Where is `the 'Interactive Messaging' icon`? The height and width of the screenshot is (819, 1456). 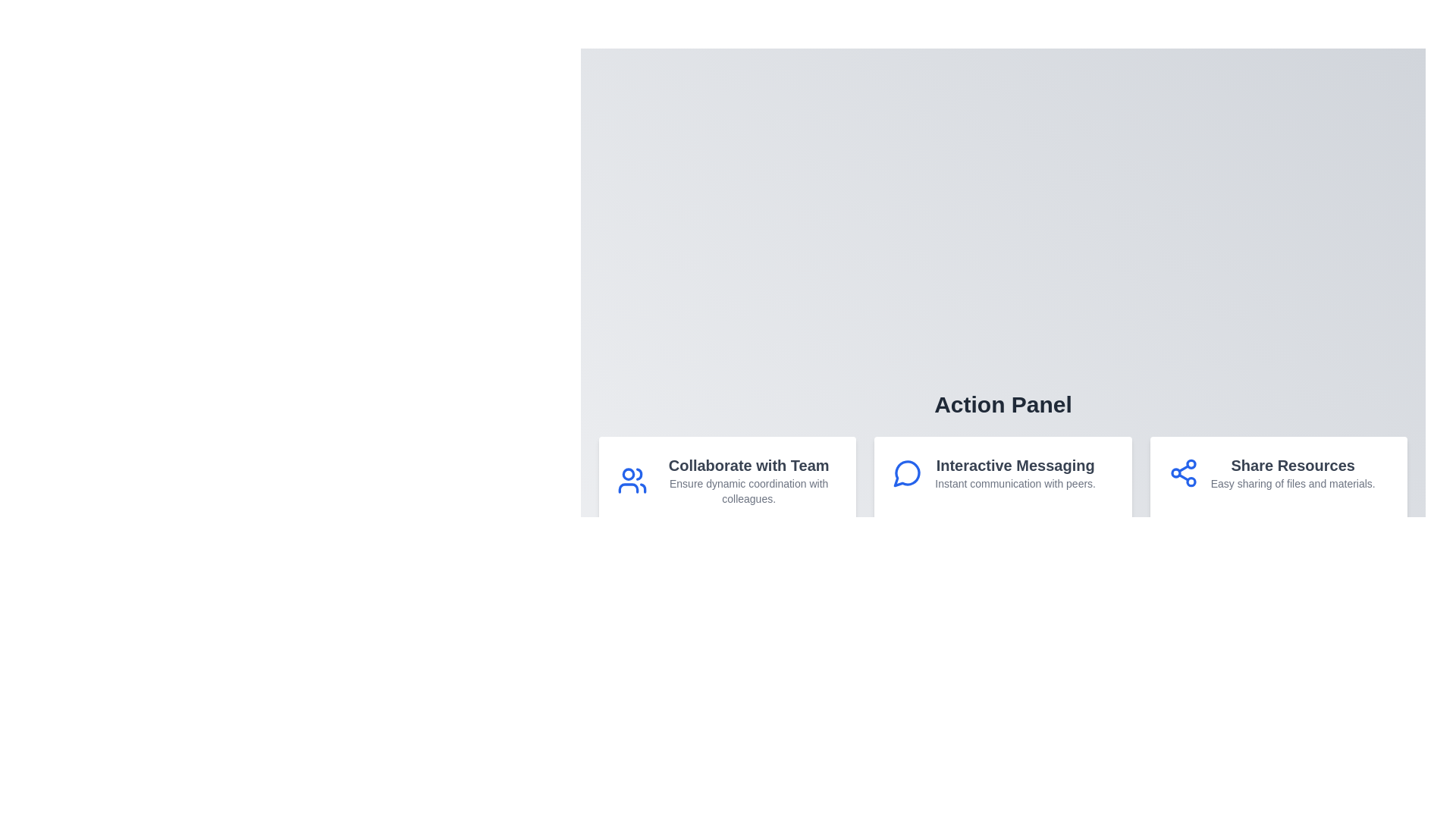
the 'Interactive Messaging' icon is located at coordinates (908, 472).